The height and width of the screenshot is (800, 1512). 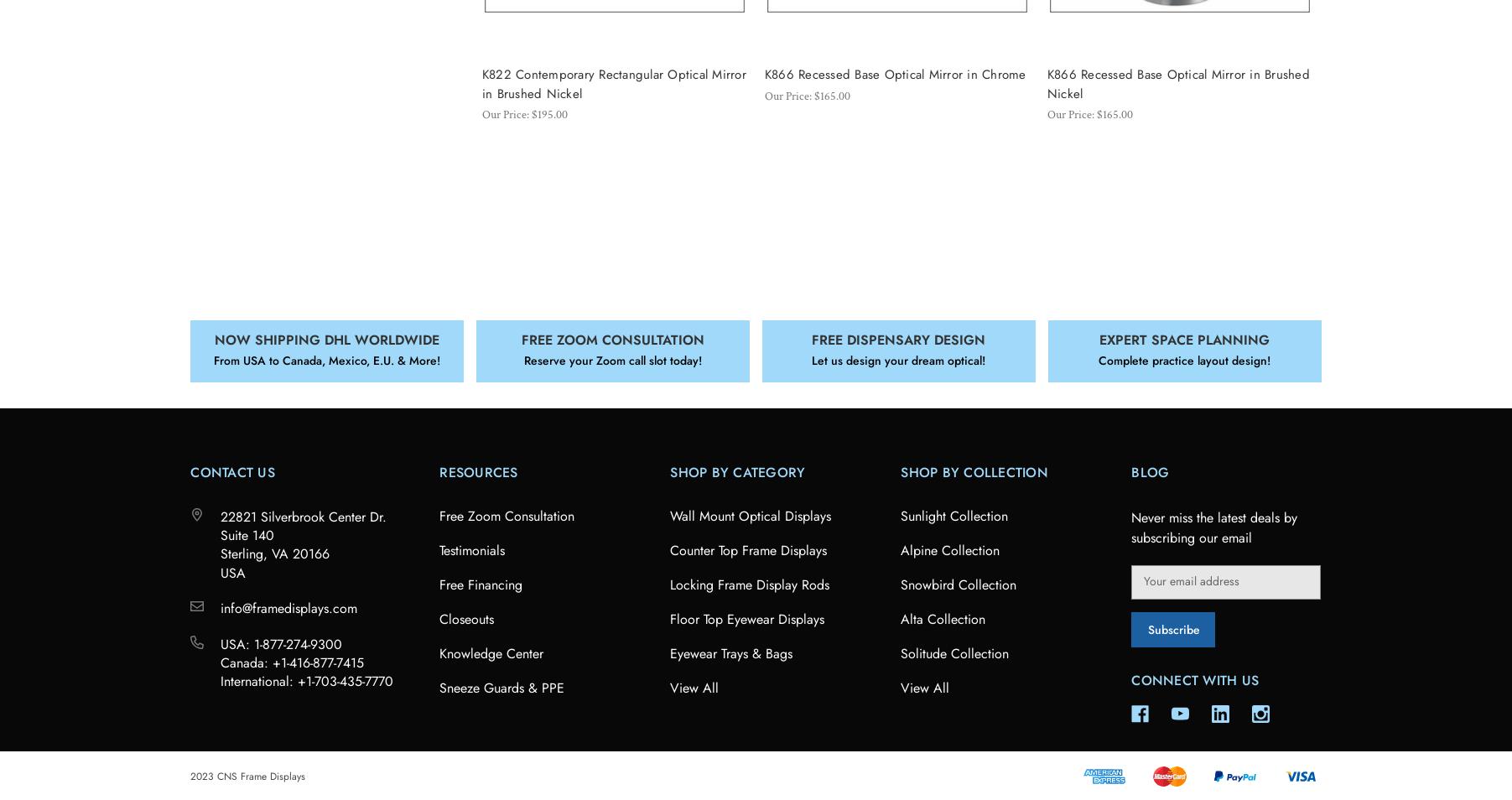 What do you see at coordinates (297, 643) in the screenshot?
I see `'1-877-274-9300'` at bounding box center [297, 643].